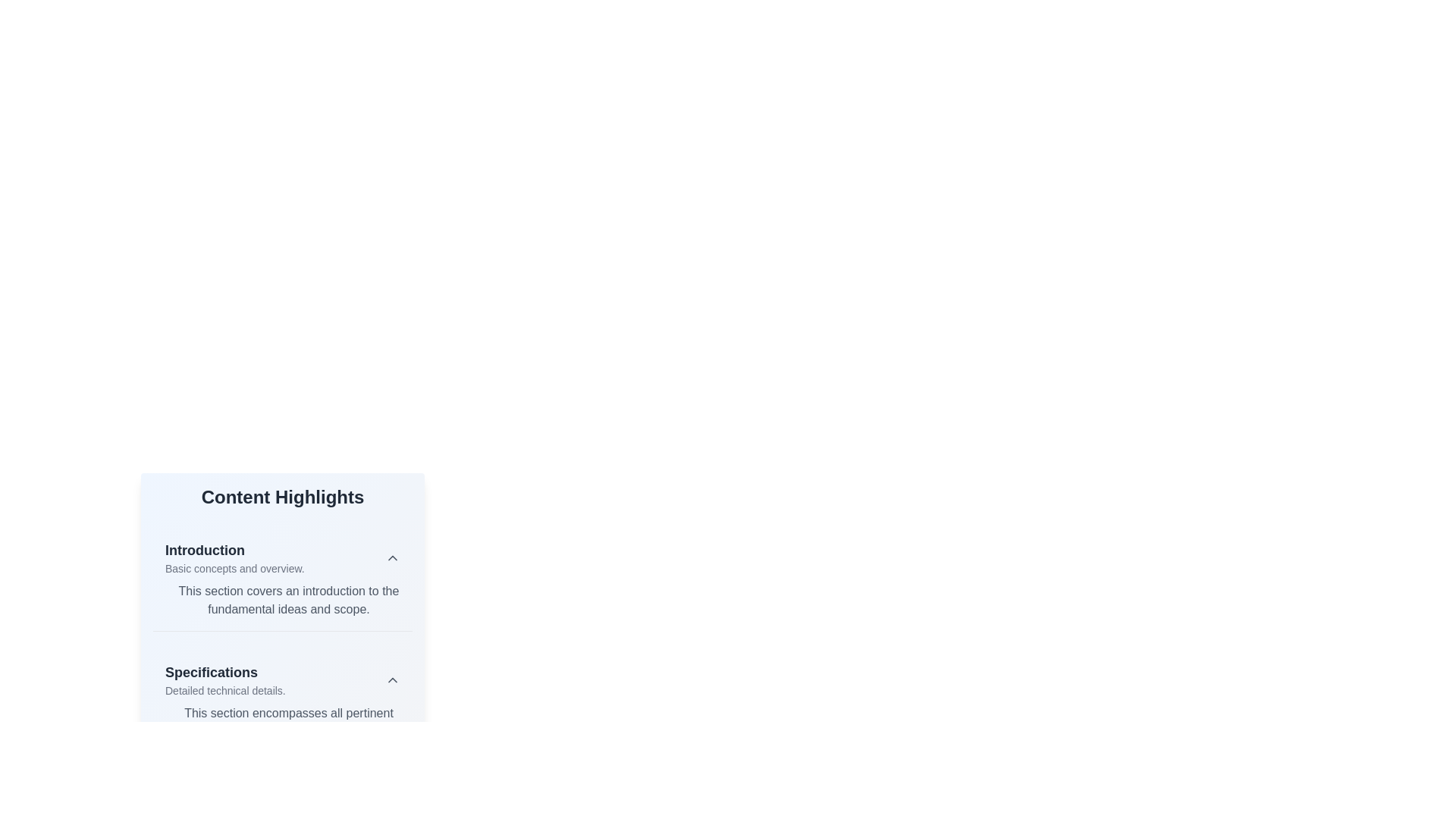  Describe the element at coordinates (224, 672) in the screenshot. I see `the 'Specifications' text label, which is bold and large, positioned above its associated description in the 'Content Highlights' section` at that location.